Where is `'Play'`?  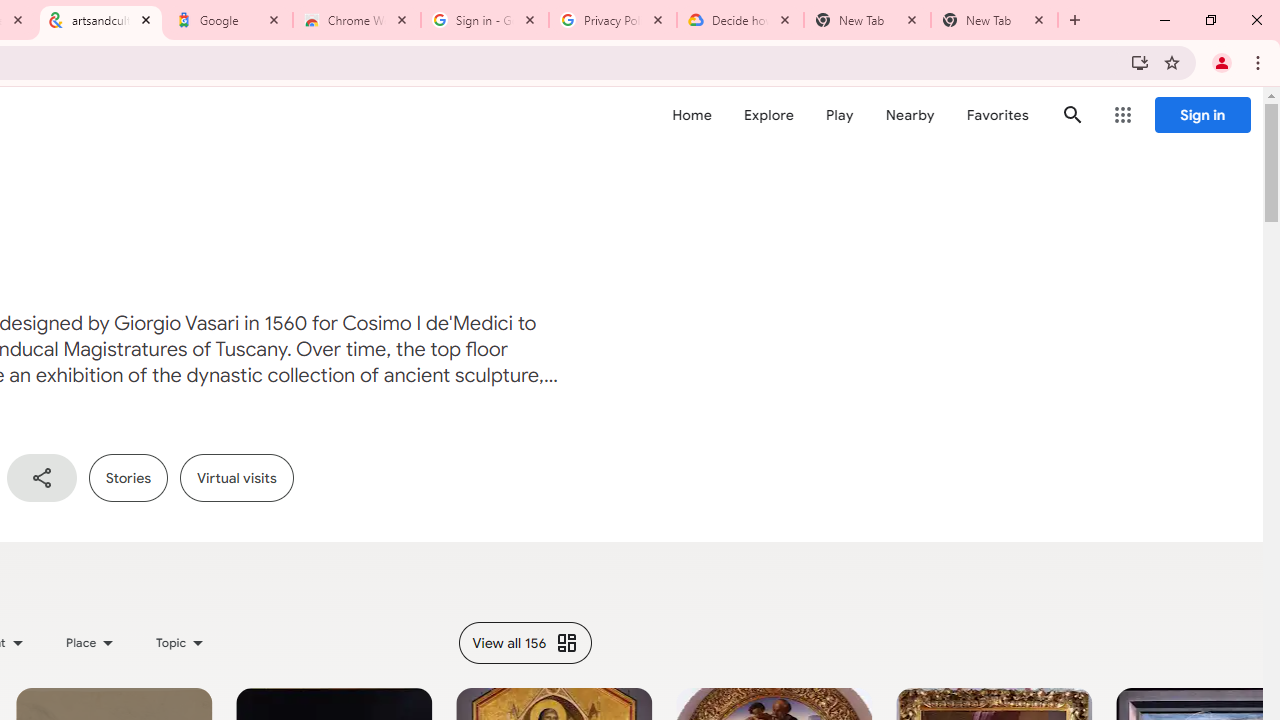 'Play' is located at coordinates (840, 115).